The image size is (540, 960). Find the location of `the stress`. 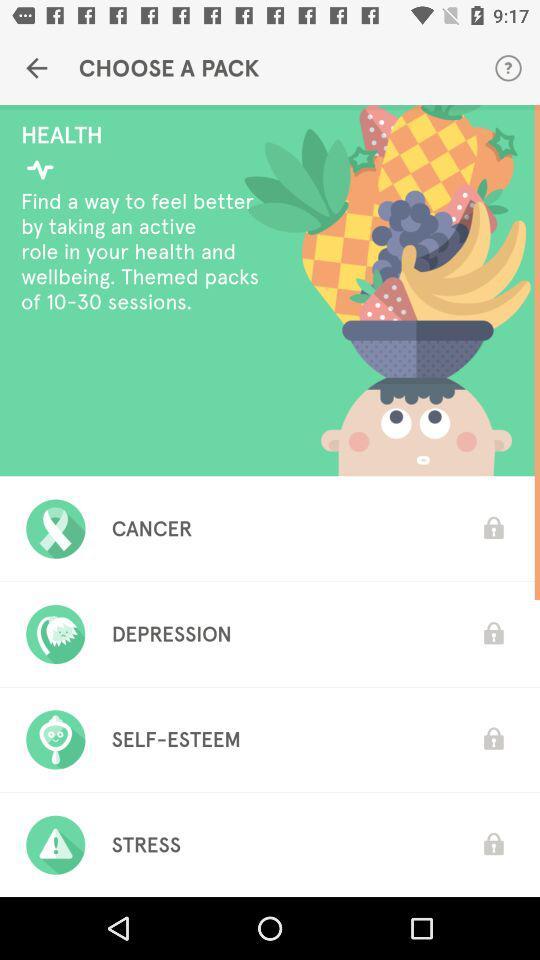

the stress is located at coordinates (145, 844).